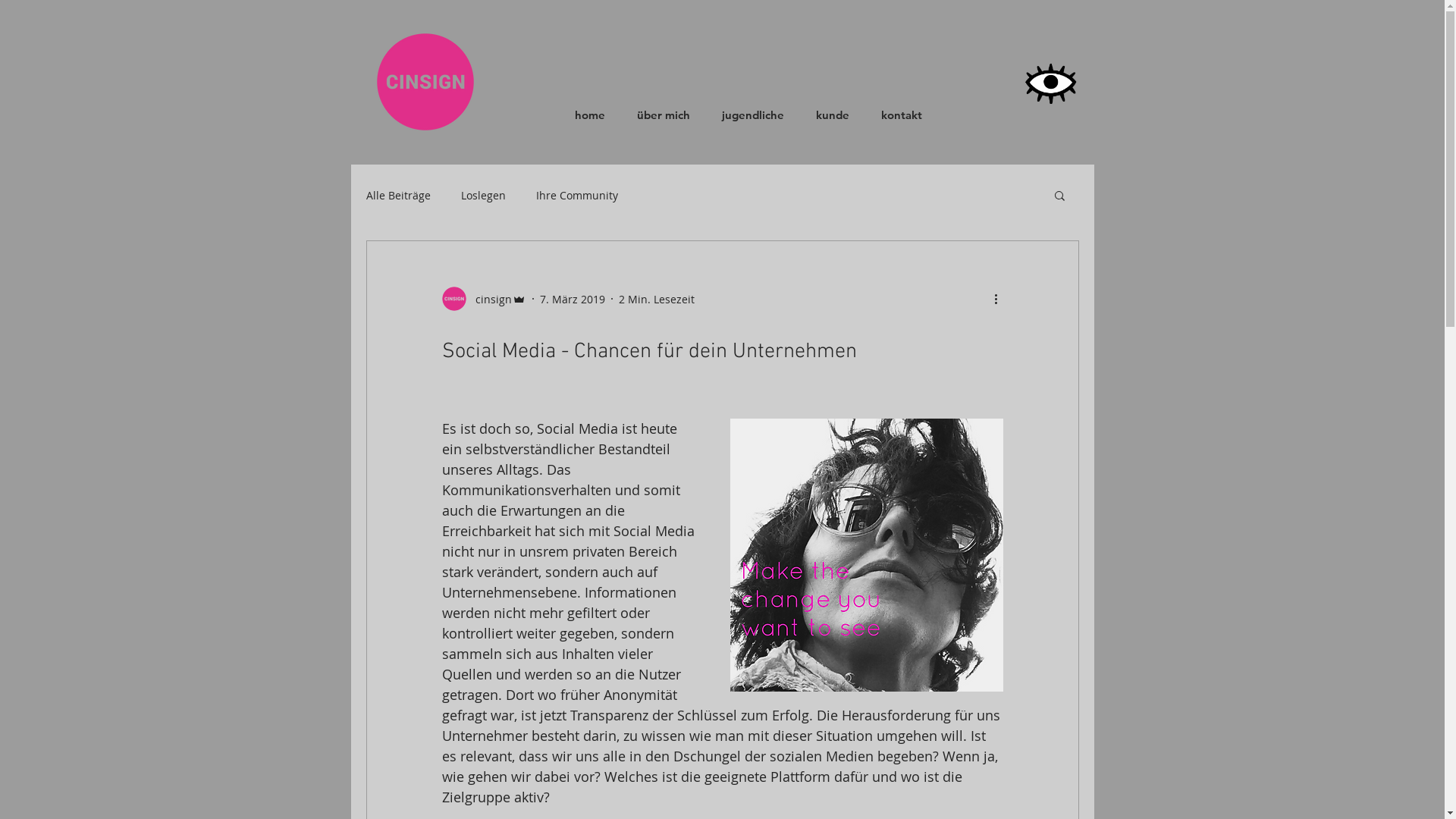 This screenshot has height=819, width=1456. I want to click on 'cinsign', so click(482, 298).